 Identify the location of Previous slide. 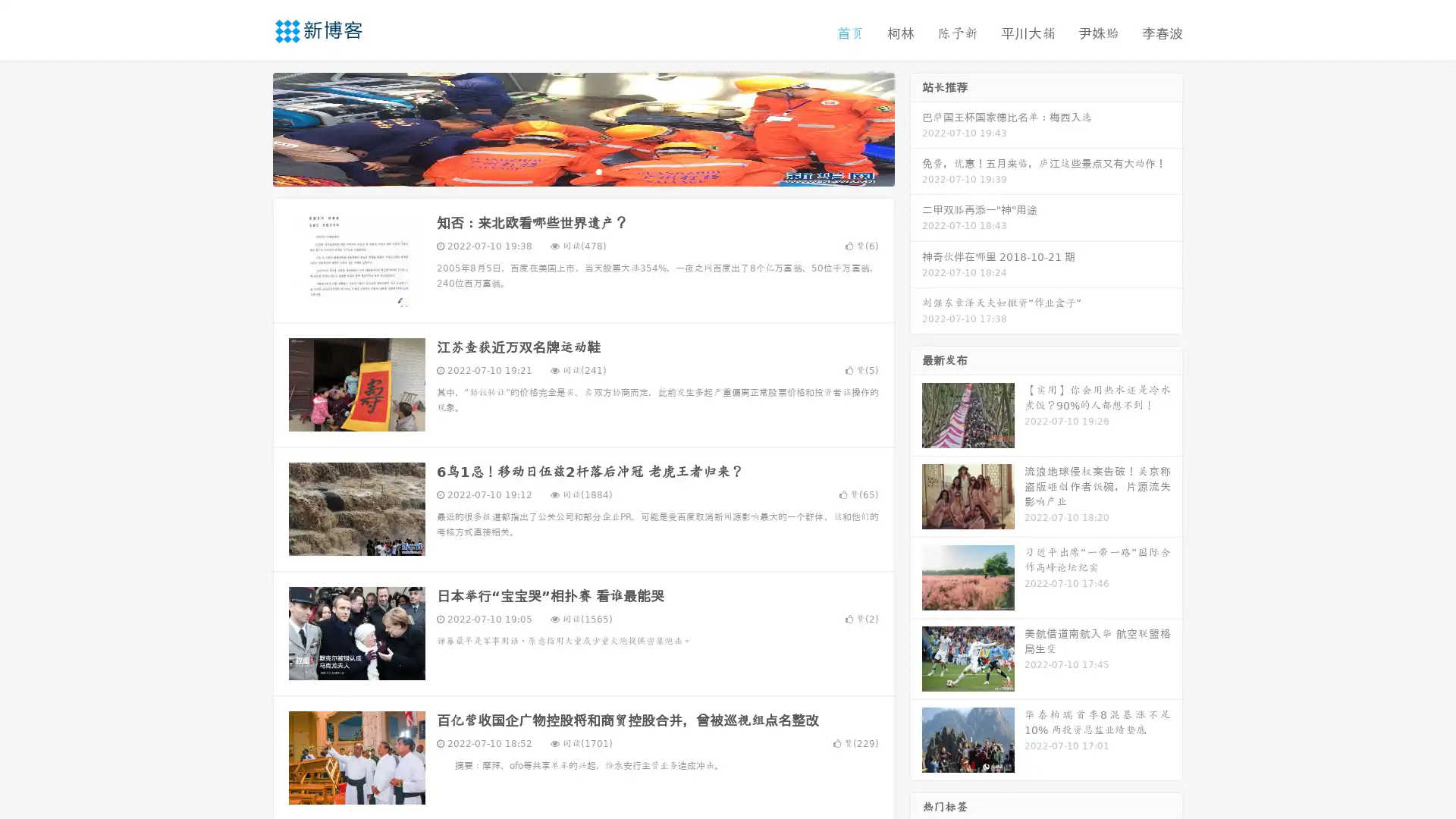
(250, 127).